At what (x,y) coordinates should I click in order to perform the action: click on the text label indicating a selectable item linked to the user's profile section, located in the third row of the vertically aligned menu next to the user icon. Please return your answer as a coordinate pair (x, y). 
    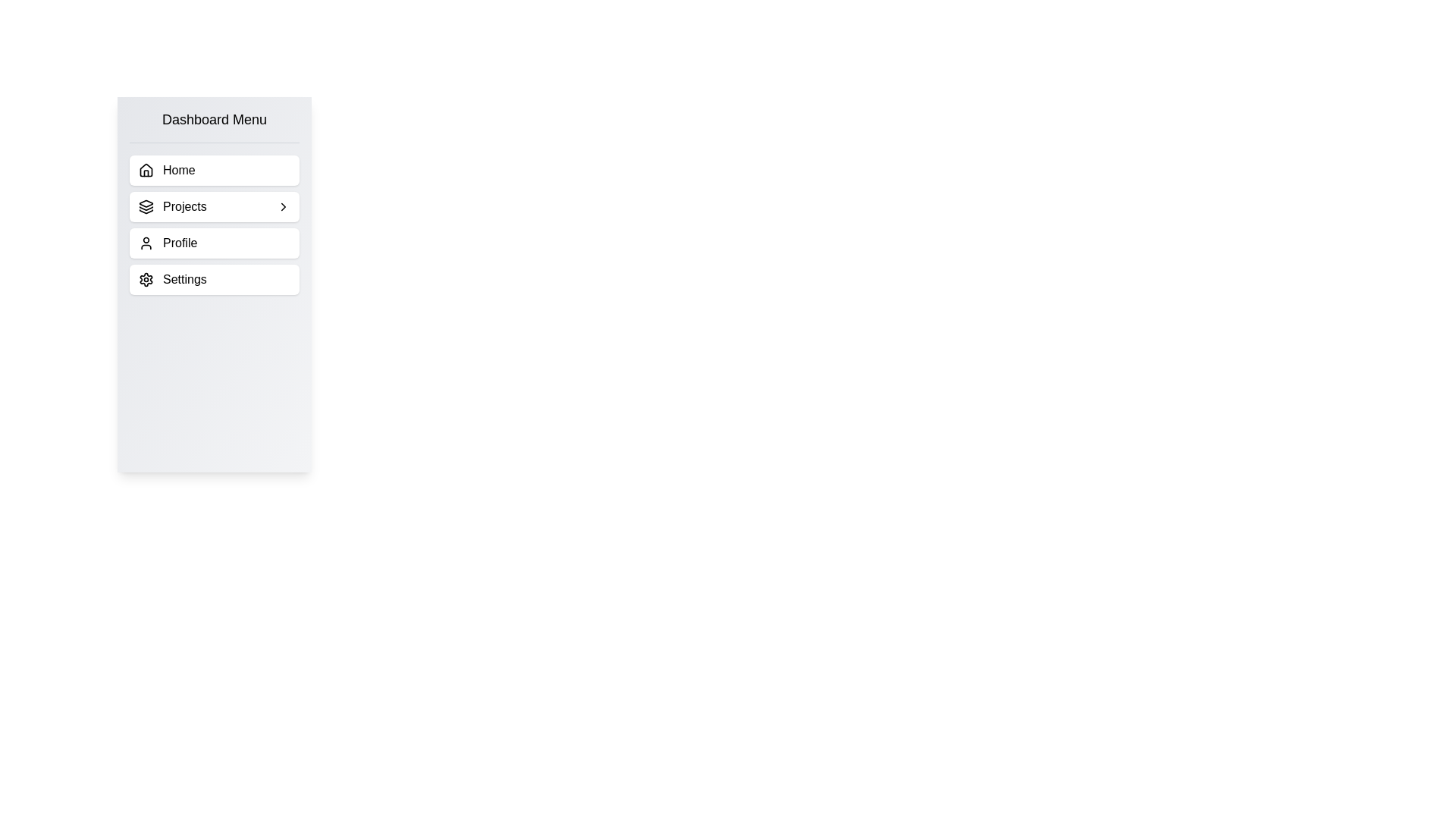
    Looking at the image, I should click on (180, 242).